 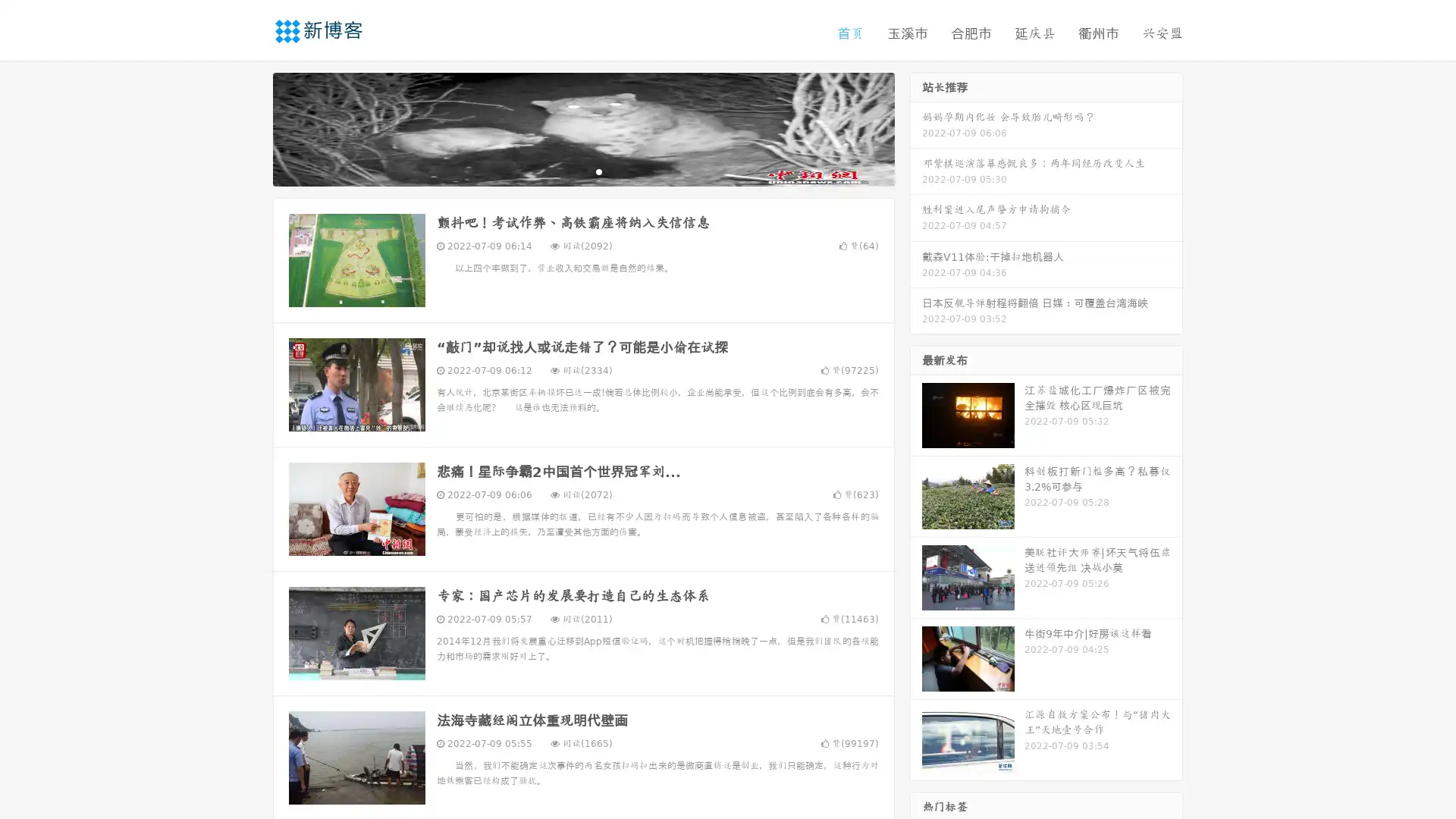 I want to click on Go to slide 3, so click(x=598, y=171).